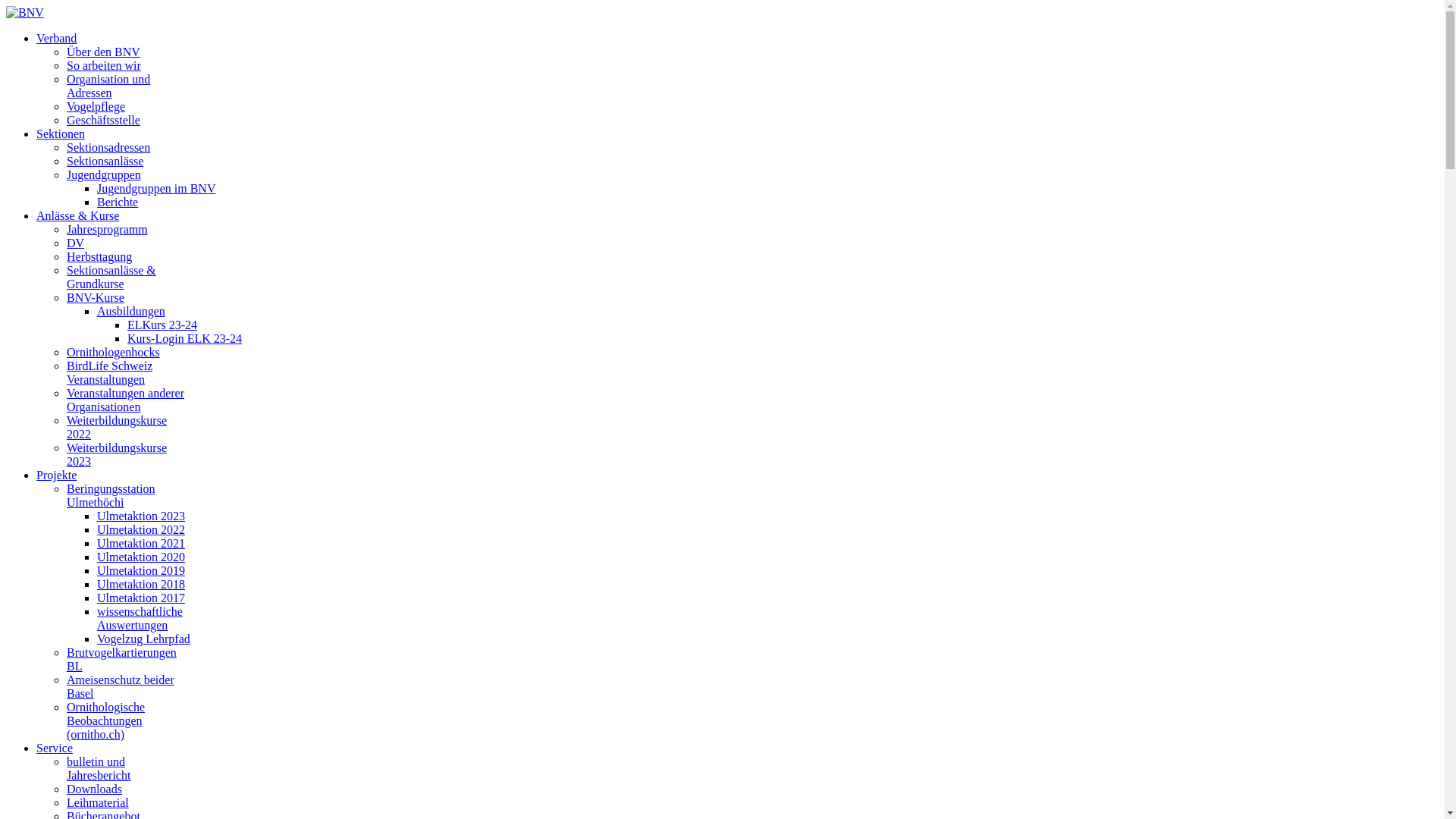 The height and width of the screenshot is (819, 1456). I want to click on 'Ornithologenhocks', so click(65, 352).